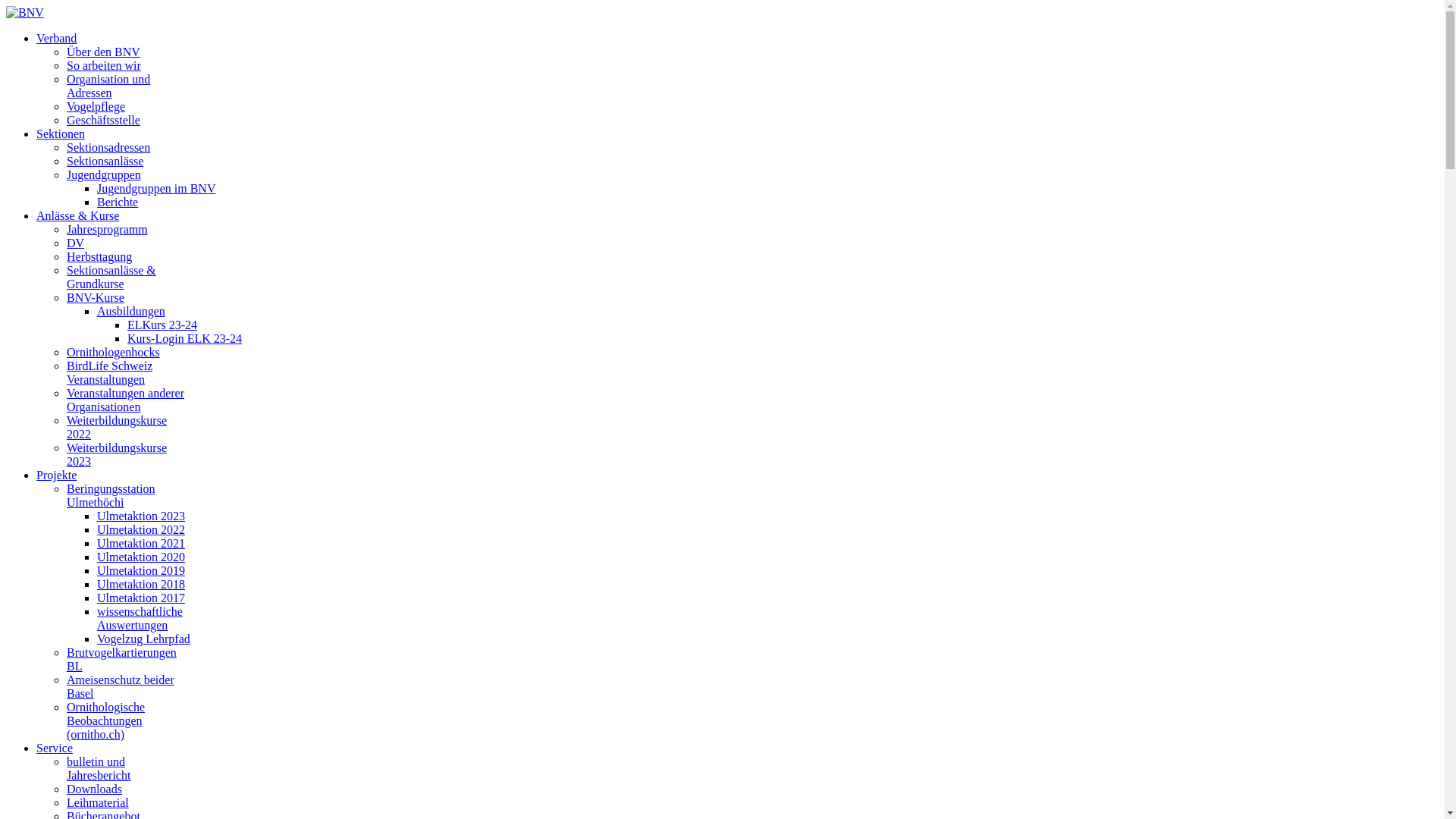 The height and width of the screenshot is (819, 1456). I want to click on 'Ornithologenhocks', so click(65, 352).